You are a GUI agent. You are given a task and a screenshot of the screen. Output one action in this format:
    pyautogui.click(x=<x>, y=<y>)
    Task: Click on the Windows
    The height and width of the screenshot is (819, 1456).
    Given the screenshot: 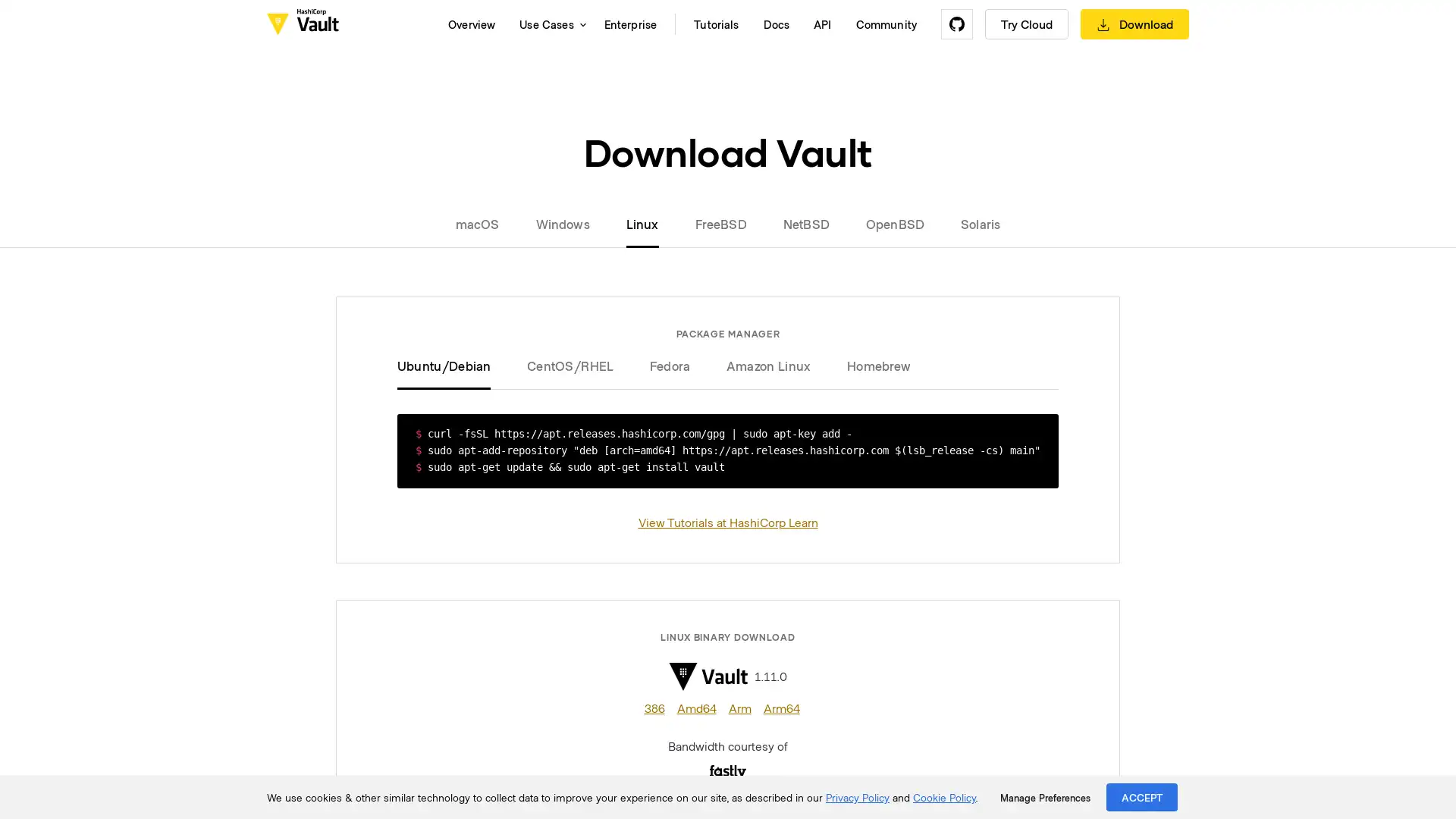 What is the action you would take?
    pyautogui.click(x=561, y=223)
    